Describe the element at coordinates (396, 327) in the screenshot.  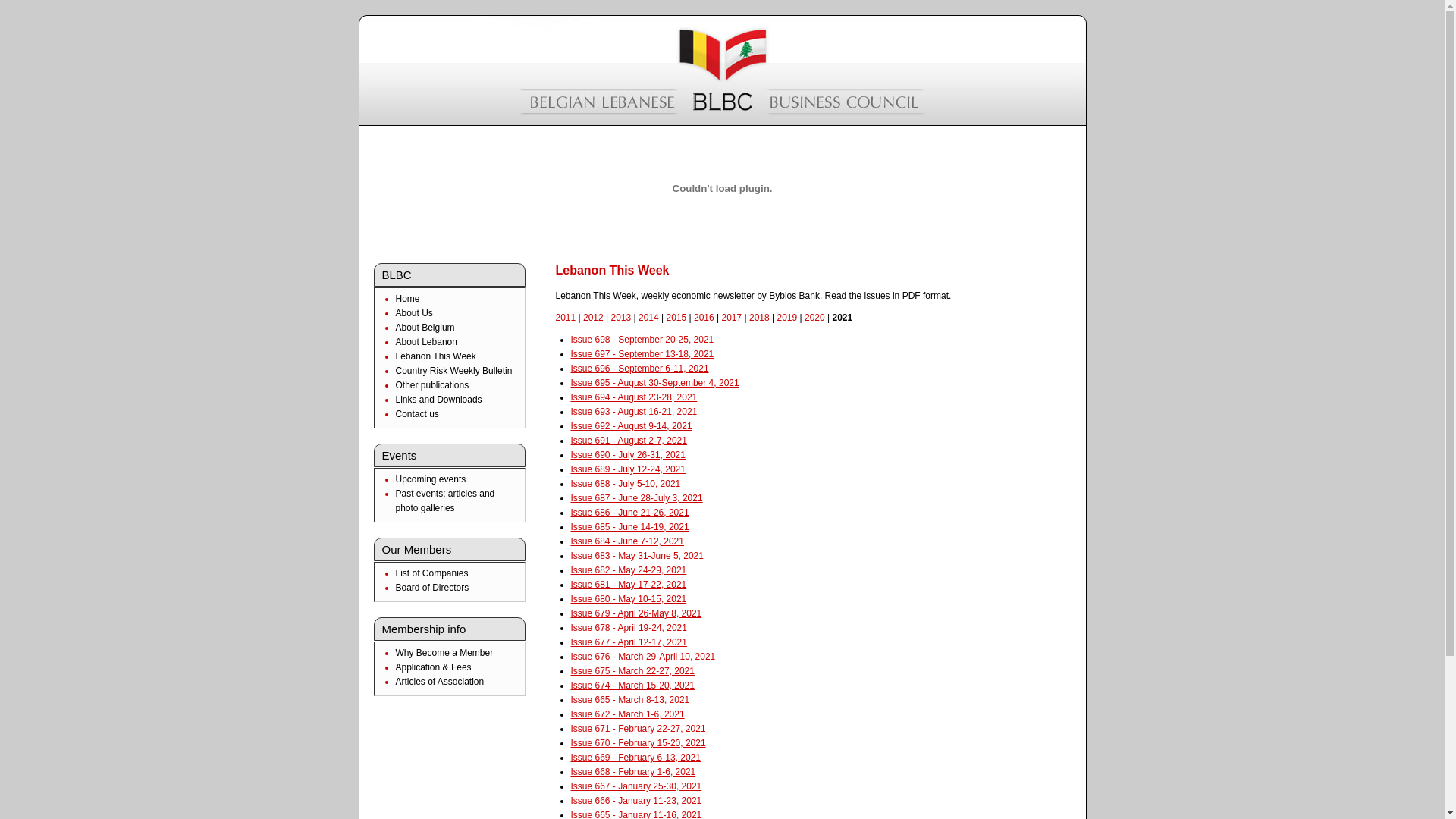
I see `'About Belgium'` at that location.